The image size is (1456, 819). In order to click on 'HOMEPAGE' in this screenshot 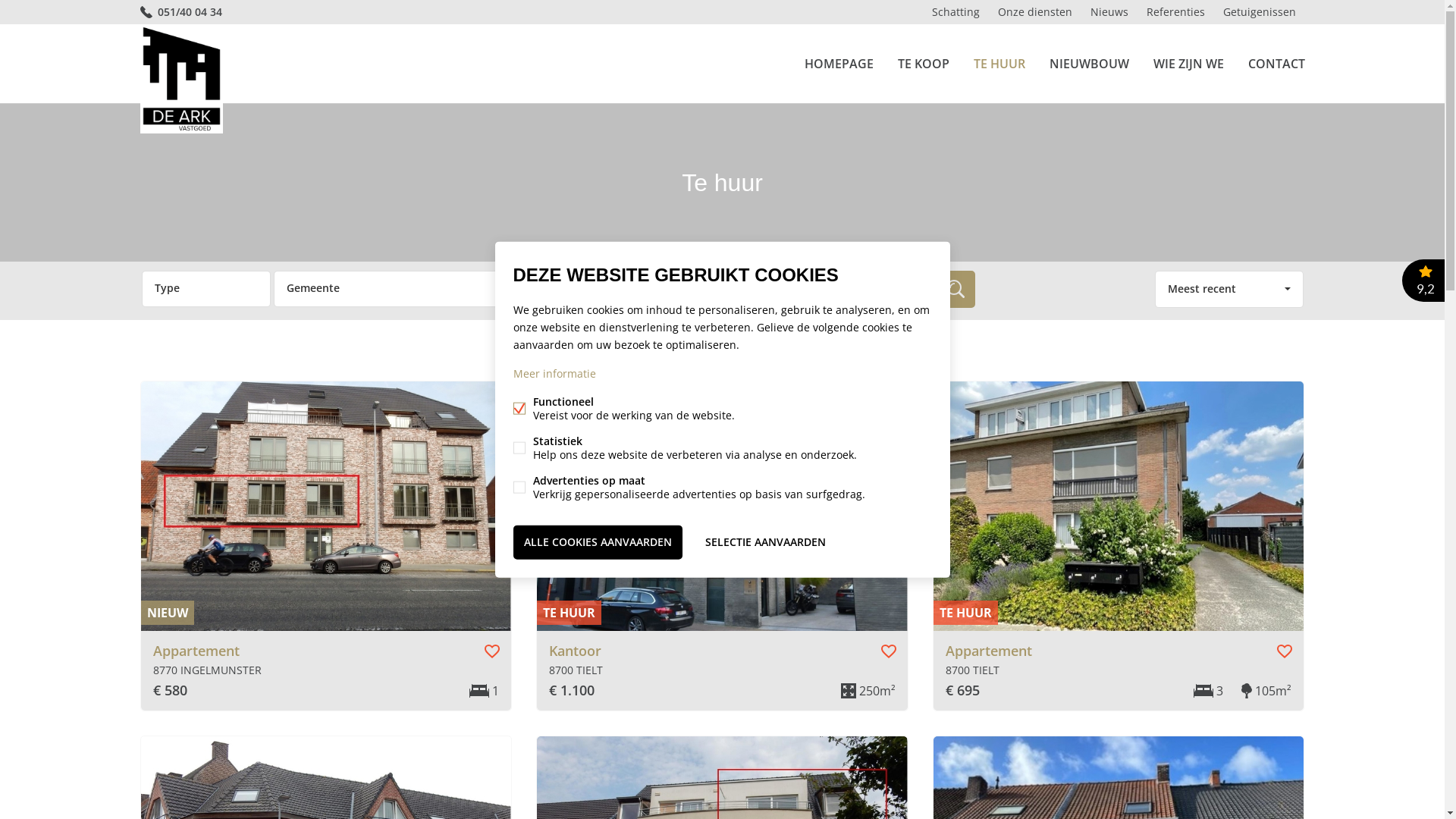, I will do `click(837, 63)`.